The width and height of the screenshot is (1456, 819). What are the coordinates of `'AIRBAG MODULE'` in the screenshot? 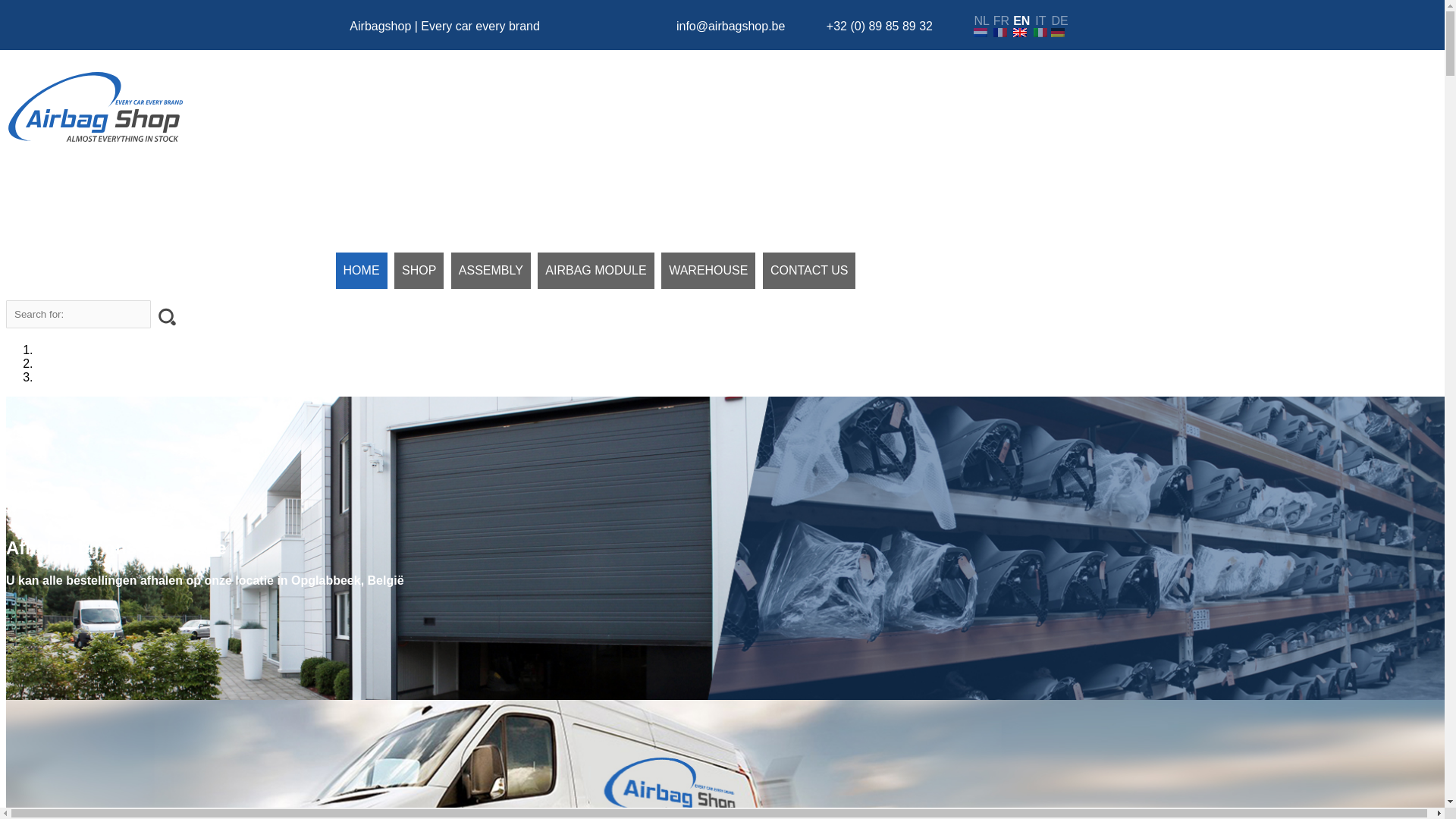 It's located at (595, 270).